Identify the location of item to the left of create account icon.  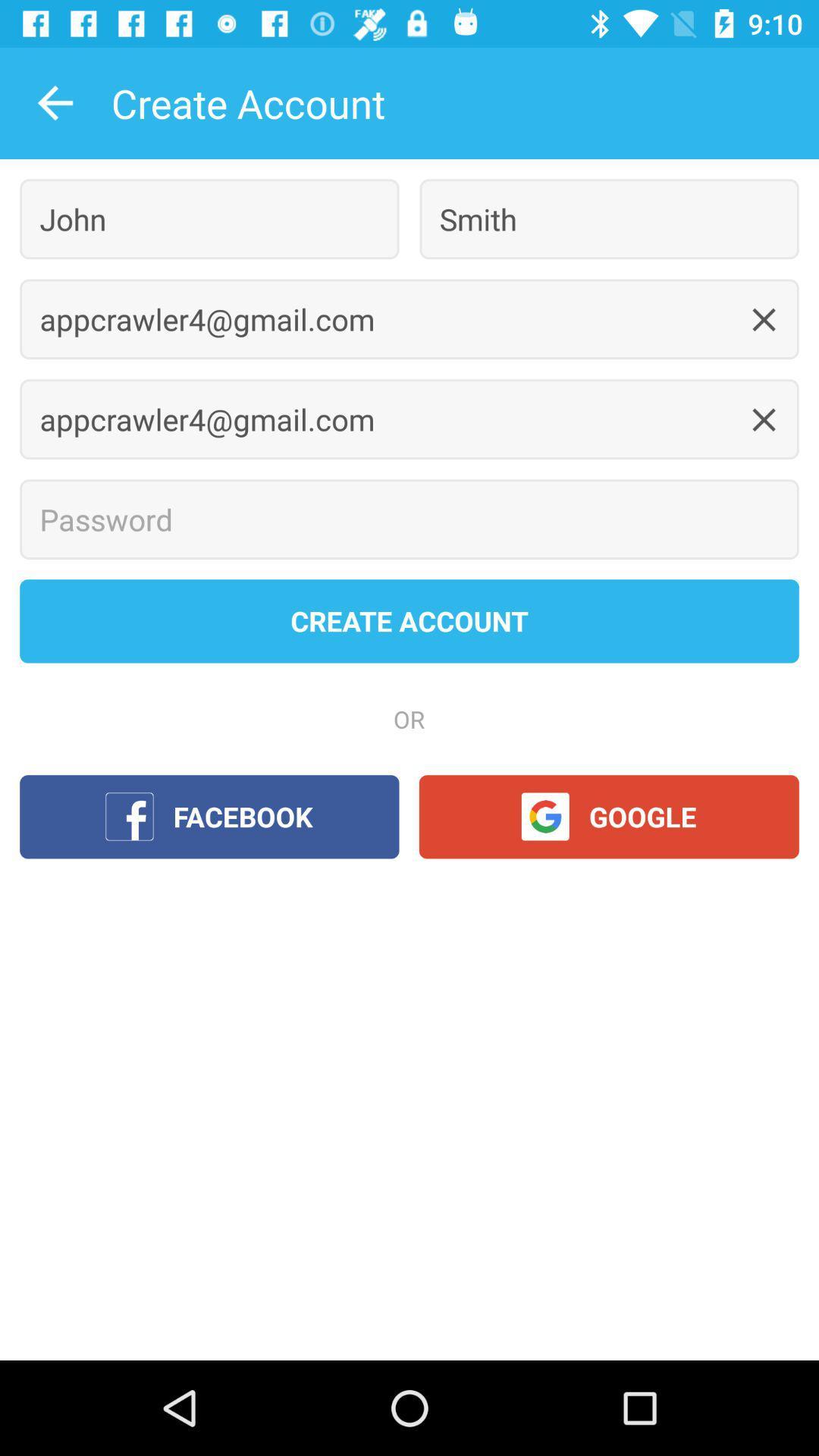
(55, 102).